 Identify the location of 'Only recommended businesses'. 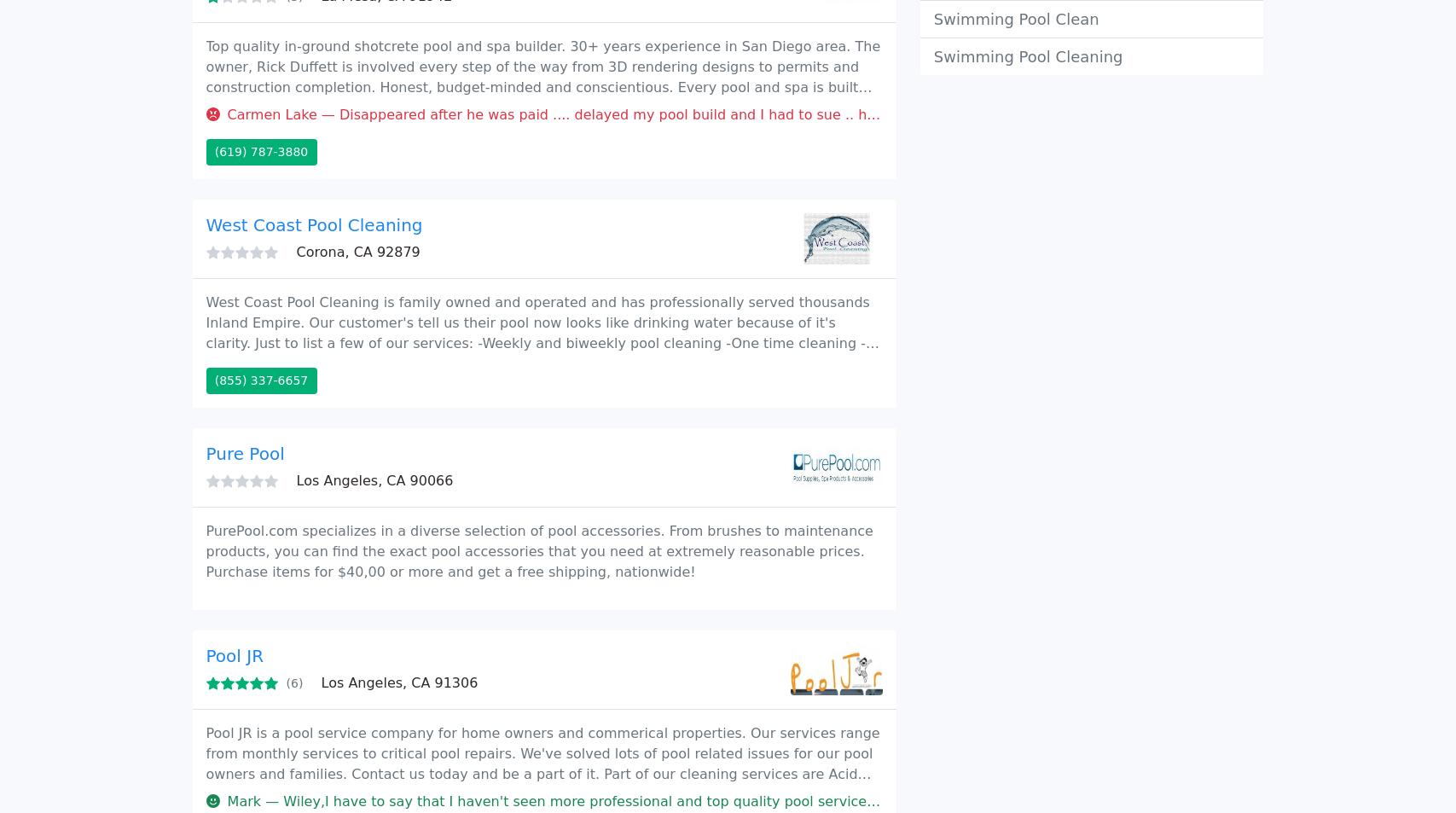
(293, 102).